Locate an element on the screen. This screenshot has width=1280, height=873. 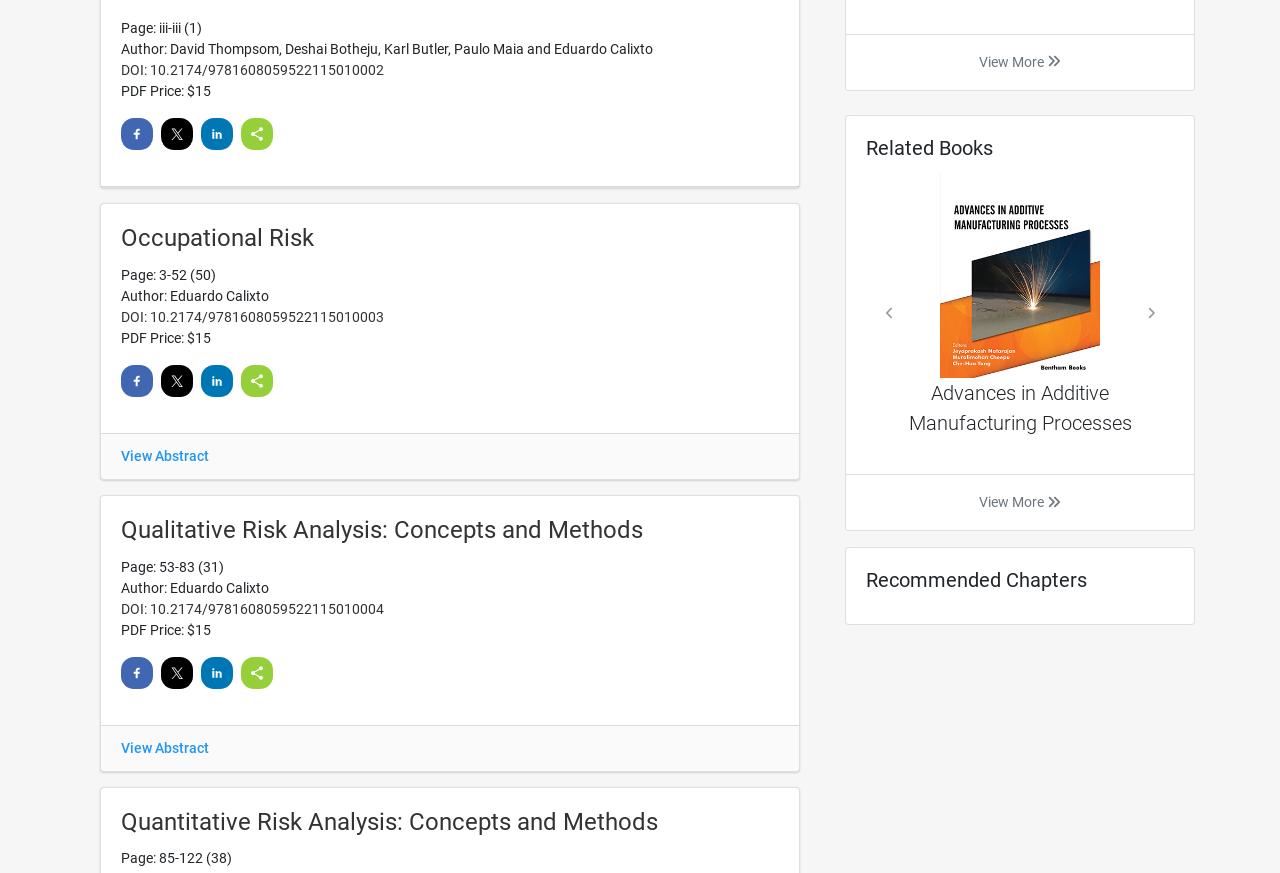
'Page: 321-386 (66)' is located at coordinates (180, 263).